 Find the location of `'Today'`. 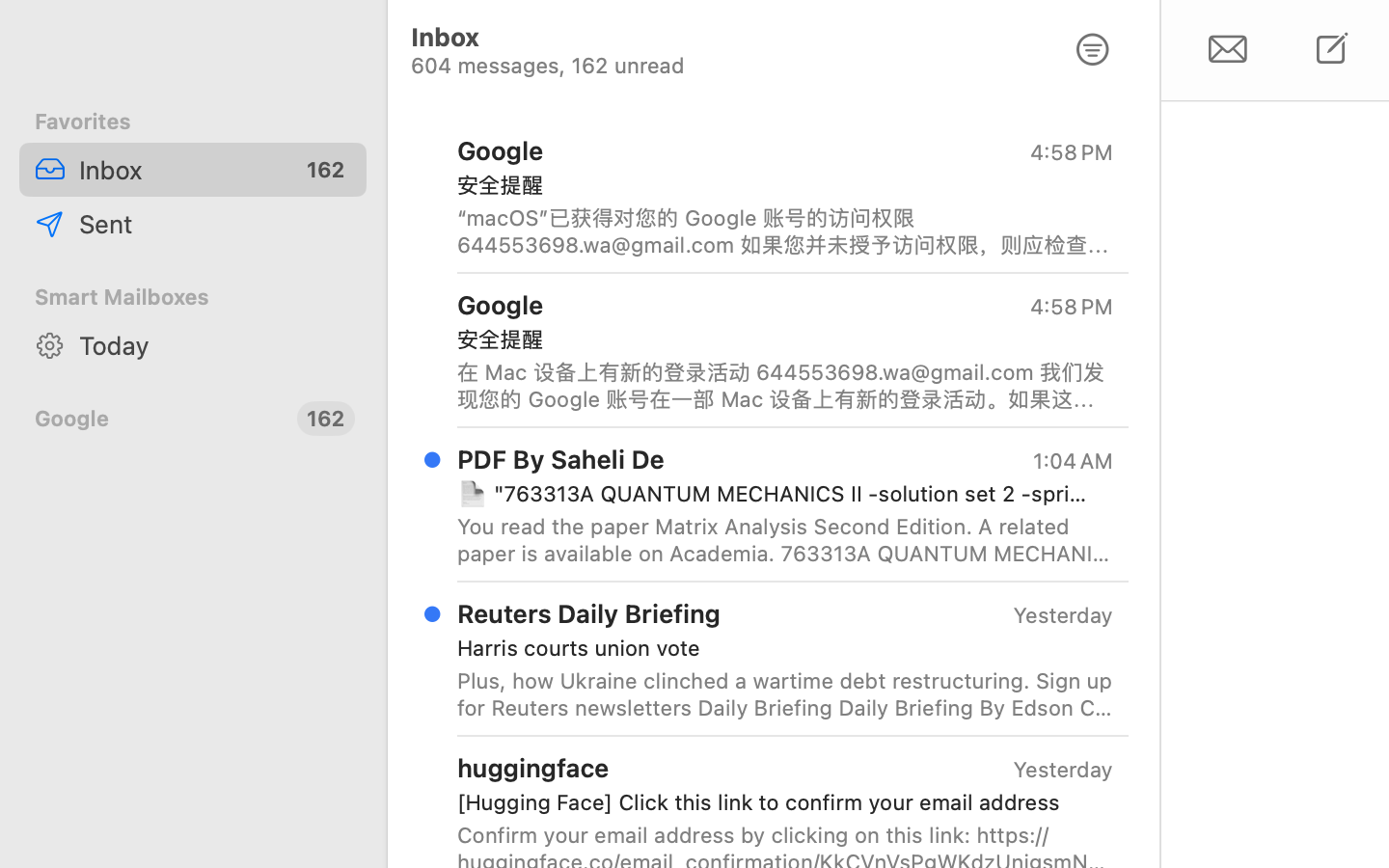

'Today' is located at coordinates (215, 345).